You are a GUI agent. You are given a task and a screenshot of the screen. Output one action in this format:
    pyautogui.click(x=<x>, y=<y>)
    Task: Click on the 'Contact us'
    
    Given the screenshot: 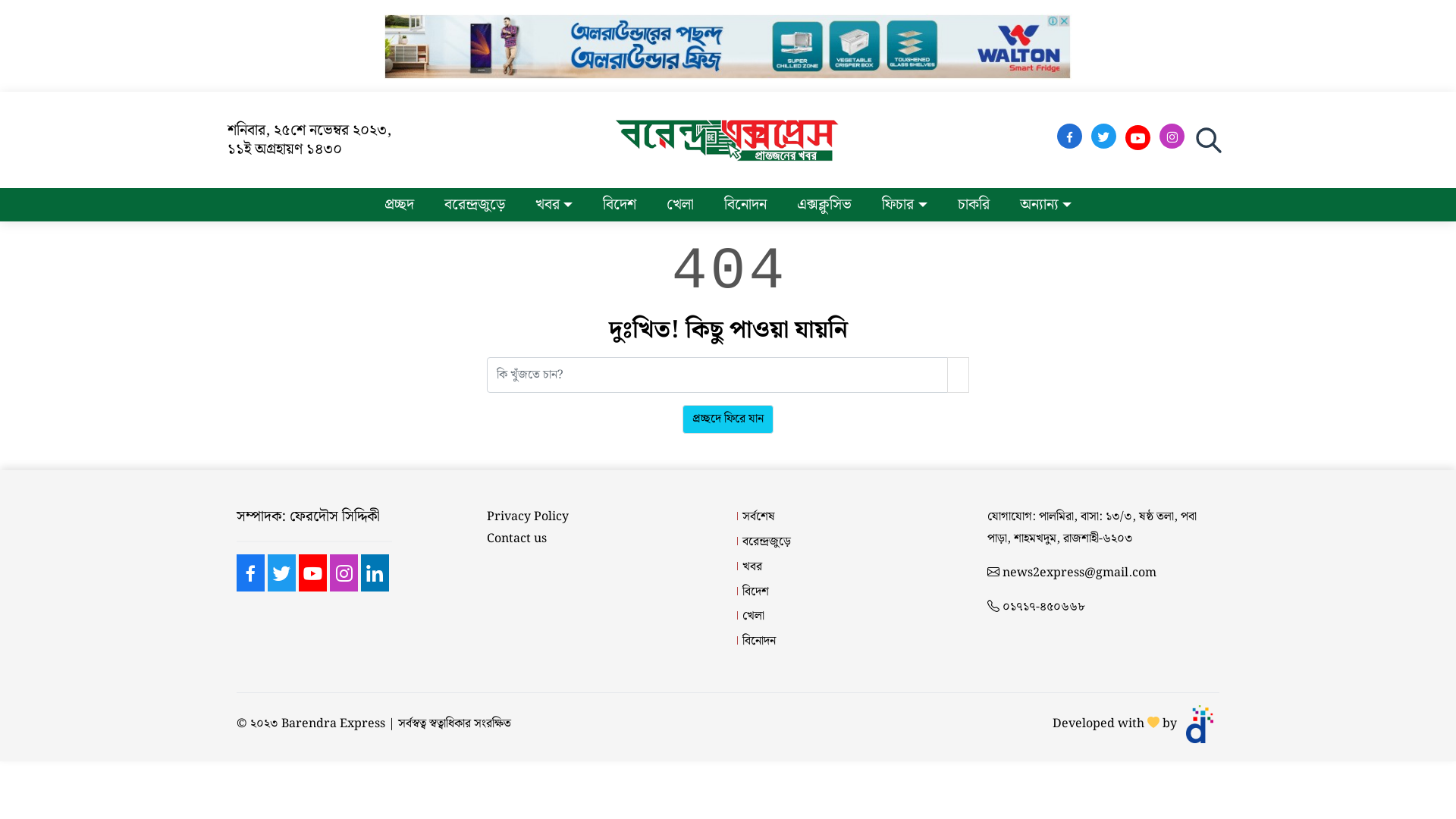 What is the action you would take?
    pyautogui.click(x=516, y=538)
    